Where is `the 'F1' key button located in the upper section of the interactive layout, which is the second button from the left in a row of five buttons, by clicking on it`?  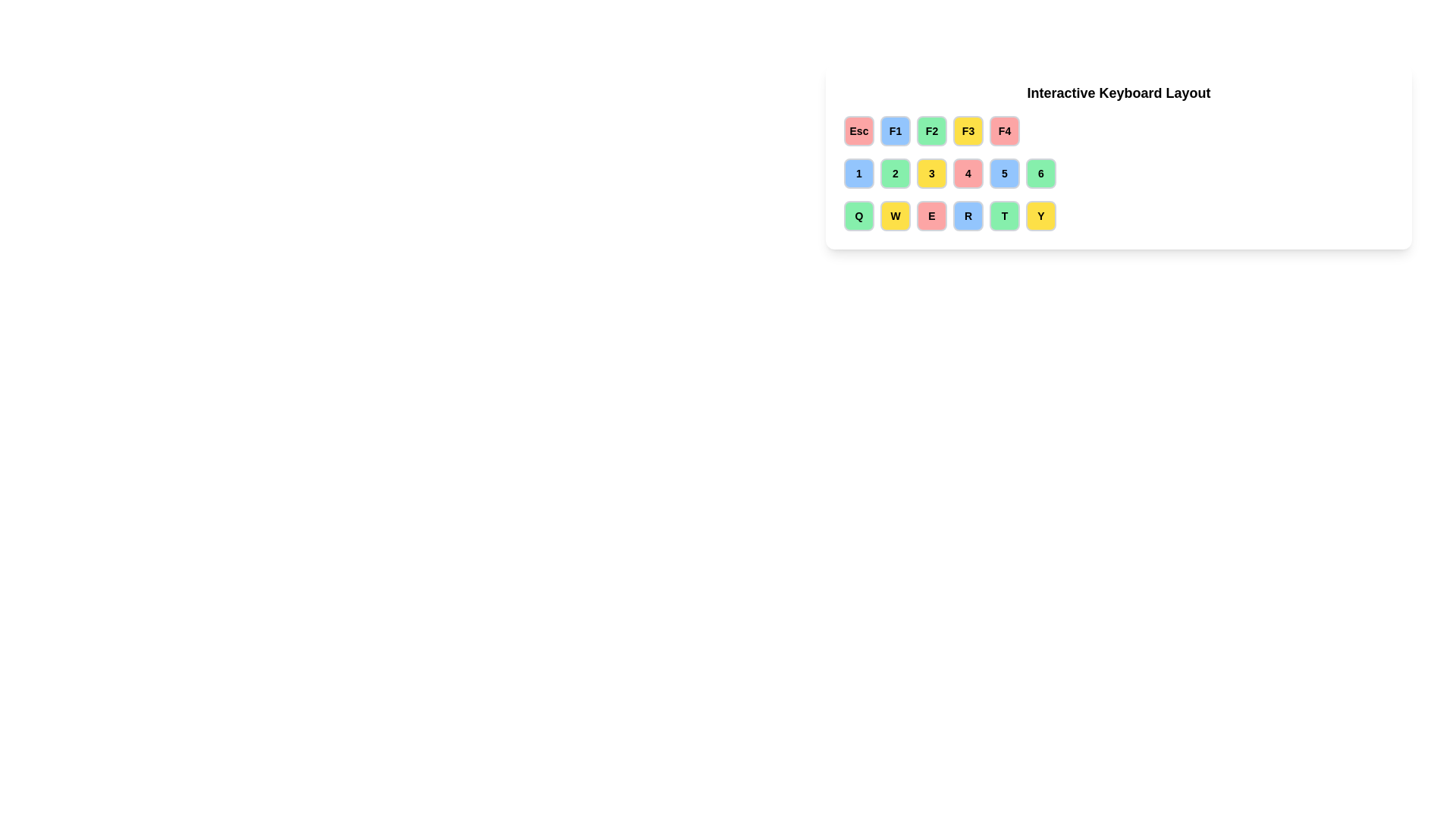 the 'F1' key button located in the upper section of the interactive layout, which is the second button from the left in a row of five buttons, by clicking on it is located at coordinates (895, 130).